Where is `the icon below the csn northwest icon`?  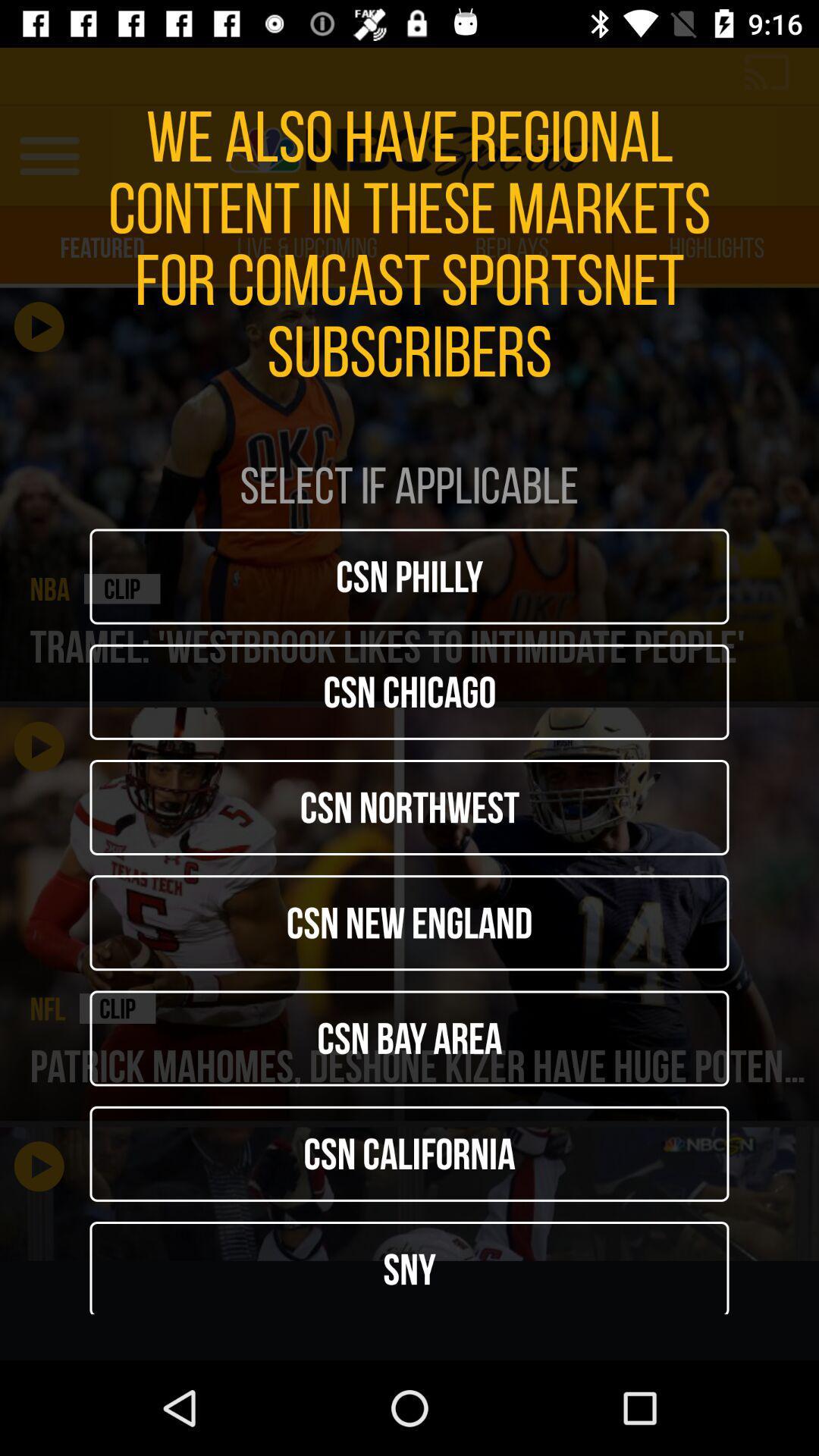
the icon below the csn northwest icon is located at coordinates (409, 922).